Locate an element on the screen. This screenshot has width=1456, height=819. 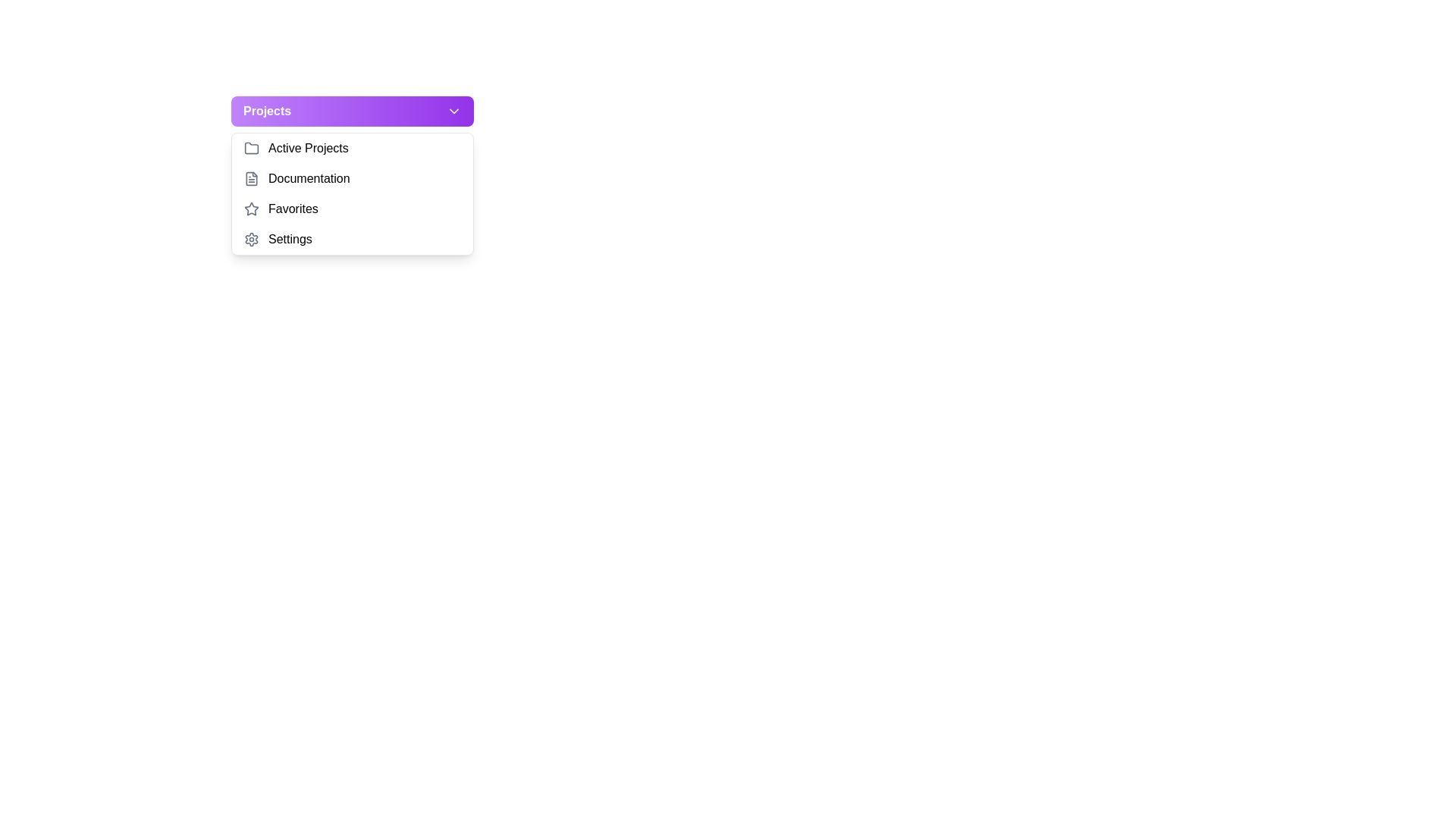
the 'Favorites' menu item located as the third item in the dropdown menu, positioned between 'Documentation' and 'Settings', to trigger effects is located at coordinates (352, 209).